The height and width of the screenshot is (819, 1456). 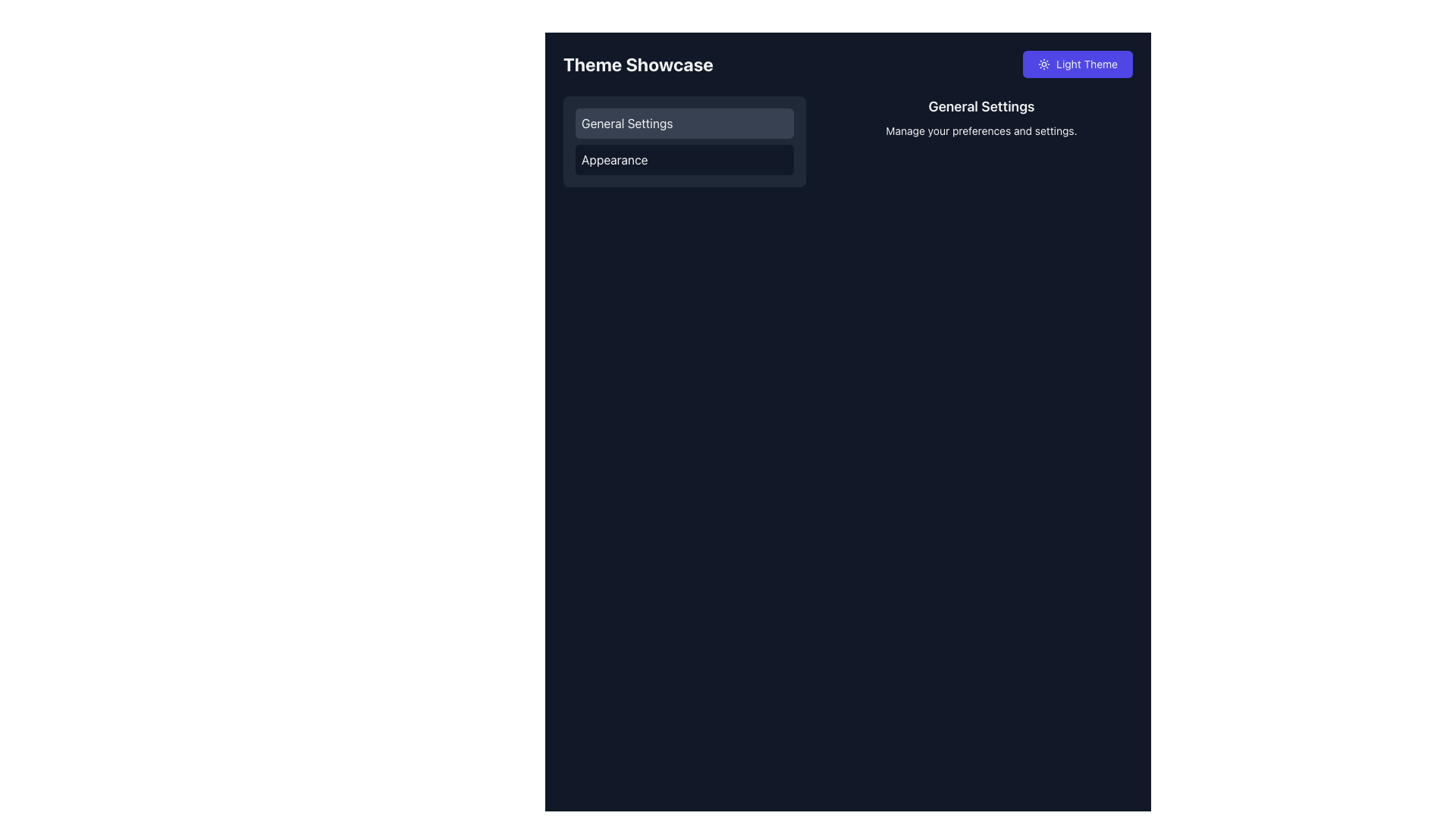 What do you see at coordinates (683, 160) in the screenshot?
I see `the 'Appearance' button located` at bounding box center [683, 160].